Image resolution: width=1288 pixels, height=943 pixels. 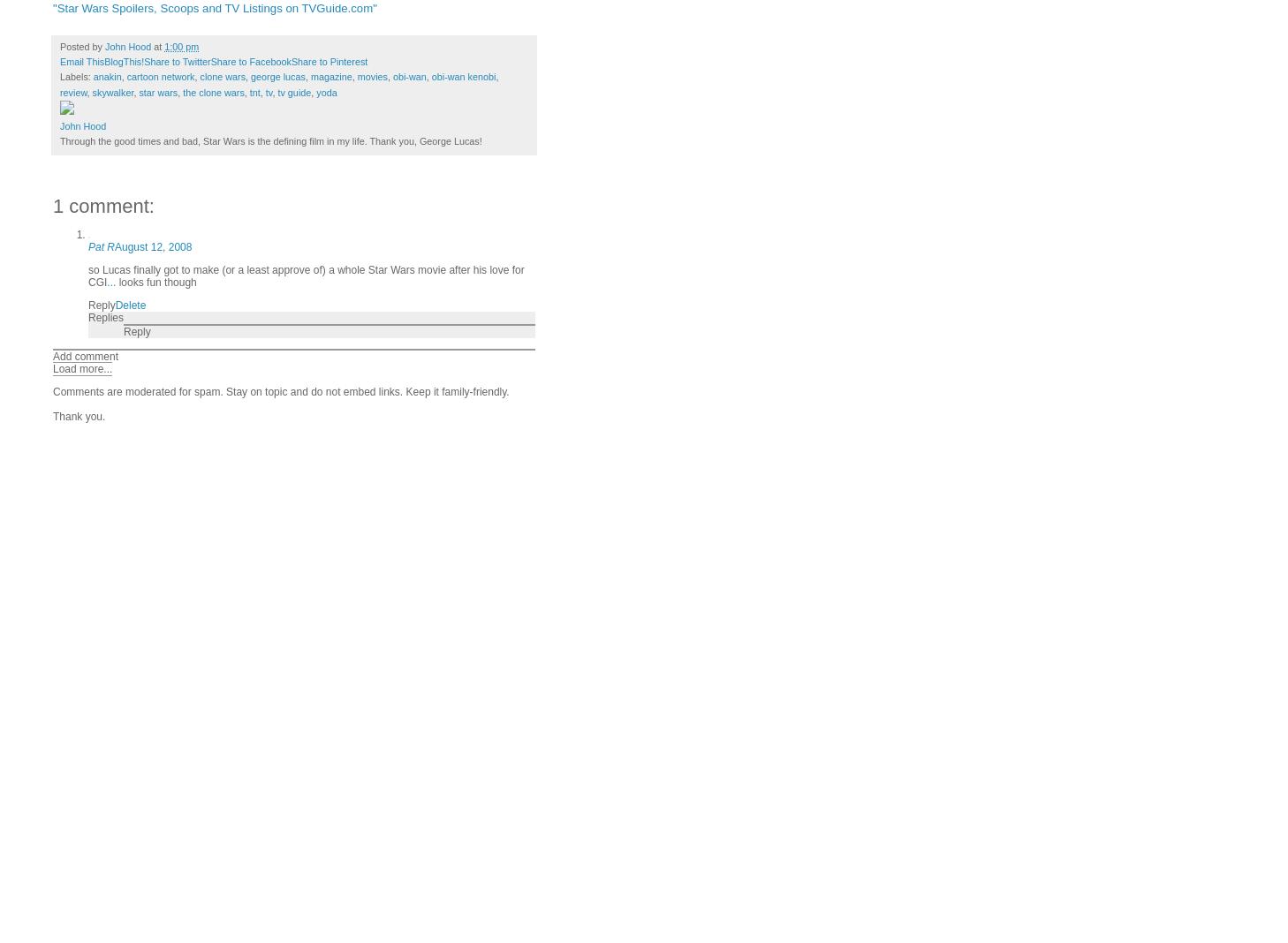 What do you see at coordinates (158, 45) in the screenshot?
I see `'at'` at bounding box center [158, 45].